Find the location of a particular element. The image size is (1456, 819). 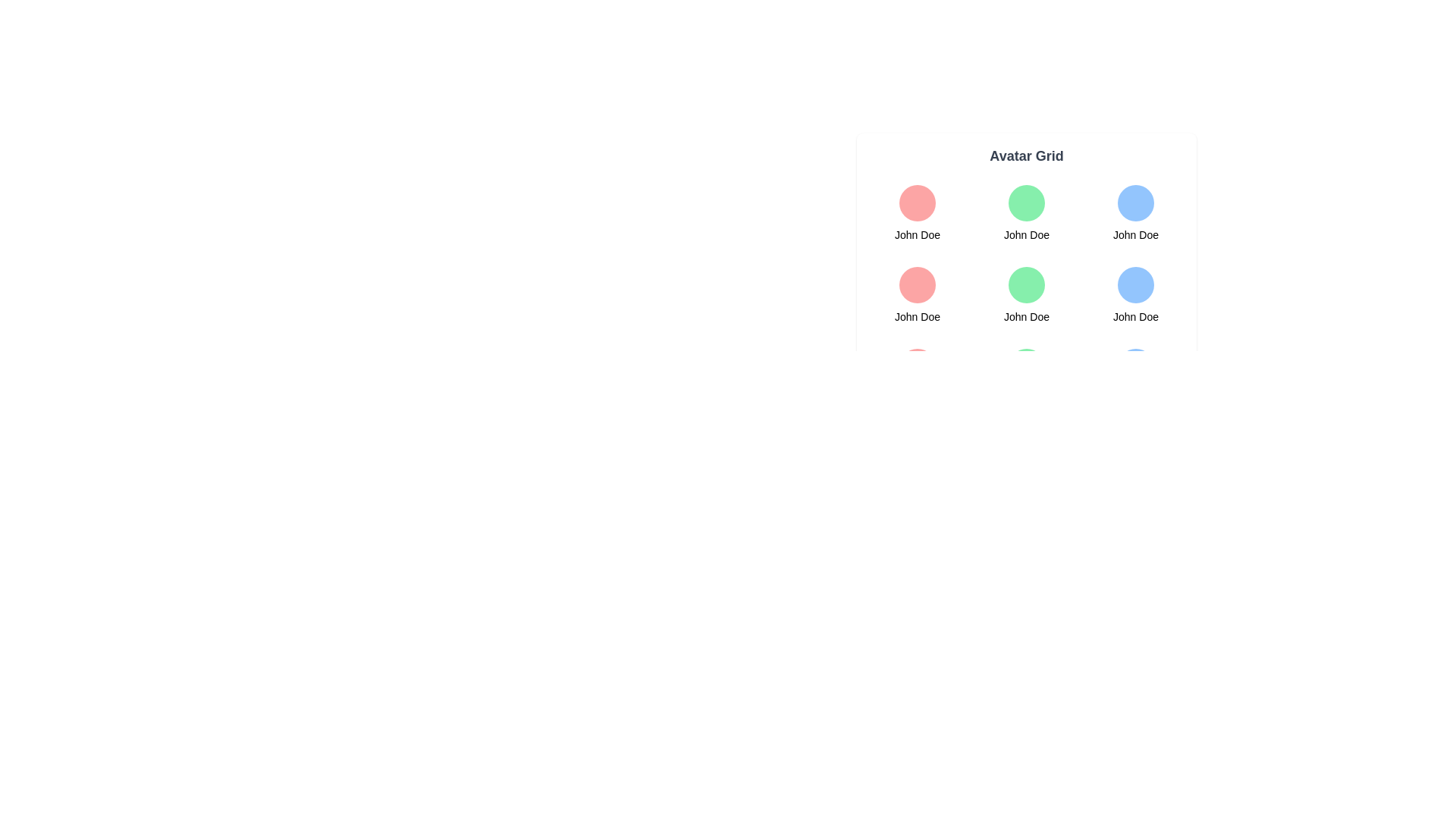

the avatar and name label located in the second row and first column of the grid layout is located at coordinates (916, 295).